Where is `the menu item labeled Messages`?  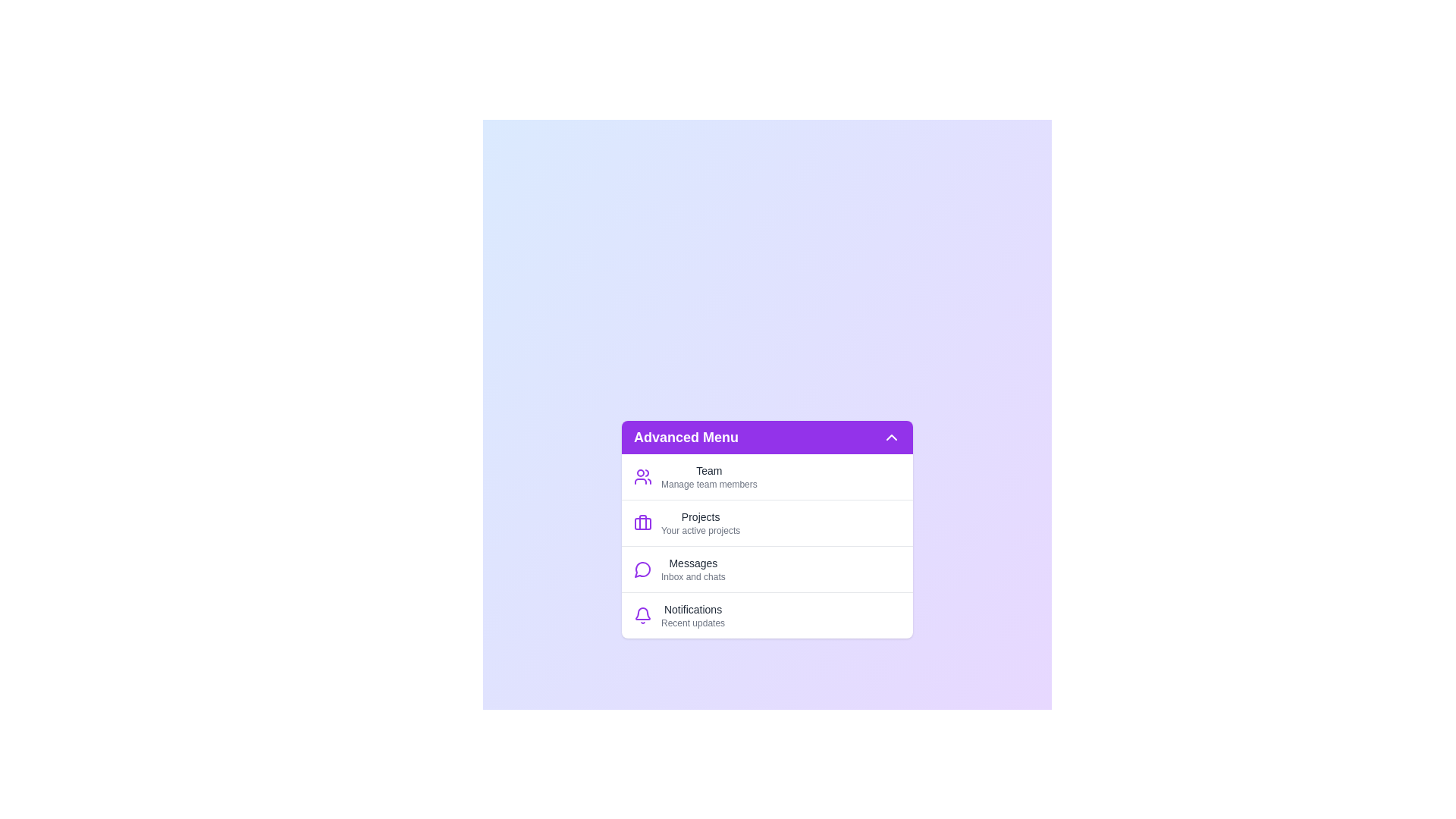 the menu item labeled Messages is located at coordinates (767, 568).